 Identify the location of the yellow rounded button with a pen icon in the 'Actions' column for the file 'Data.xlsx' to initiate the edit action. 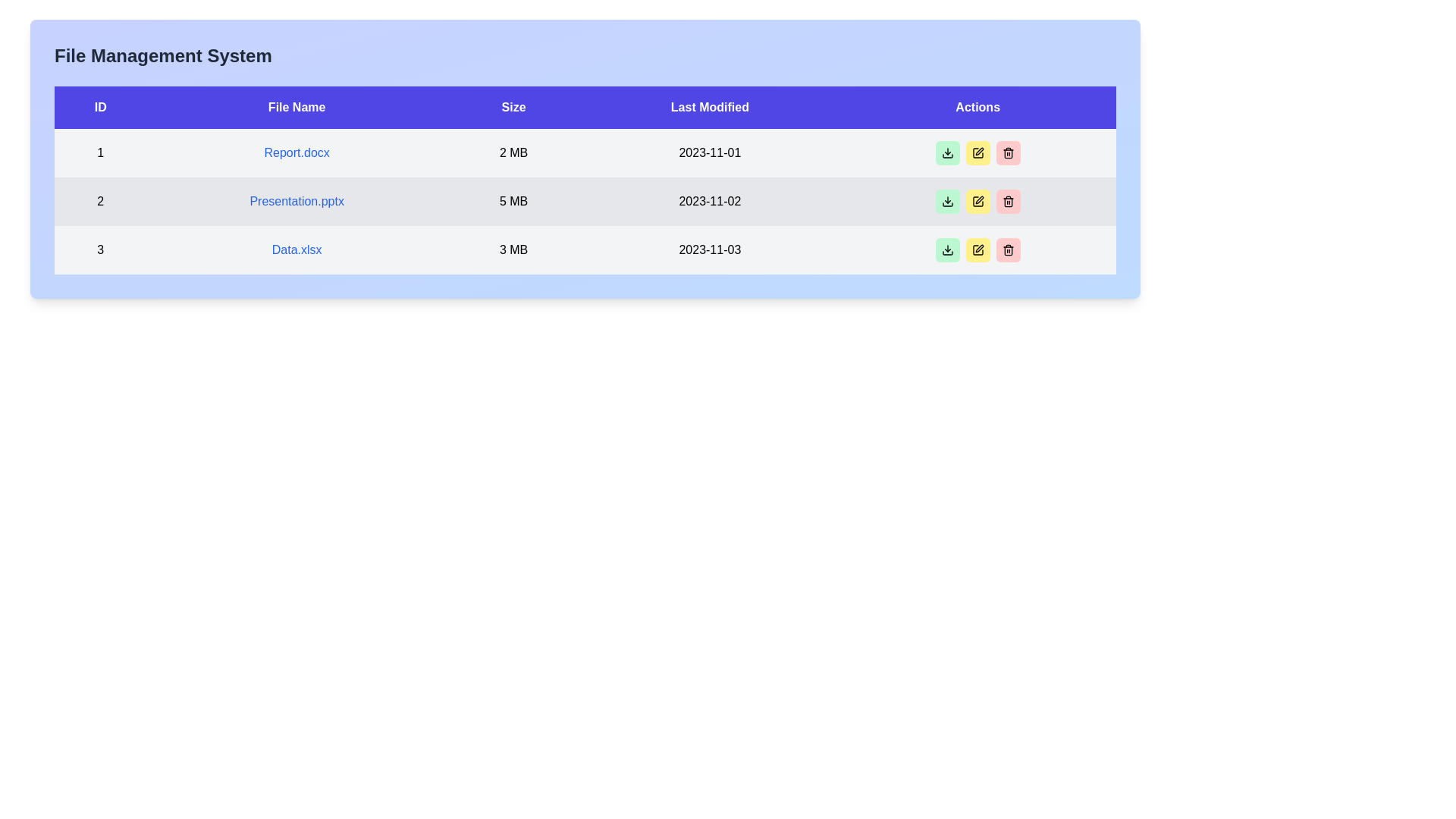
(977, 249).